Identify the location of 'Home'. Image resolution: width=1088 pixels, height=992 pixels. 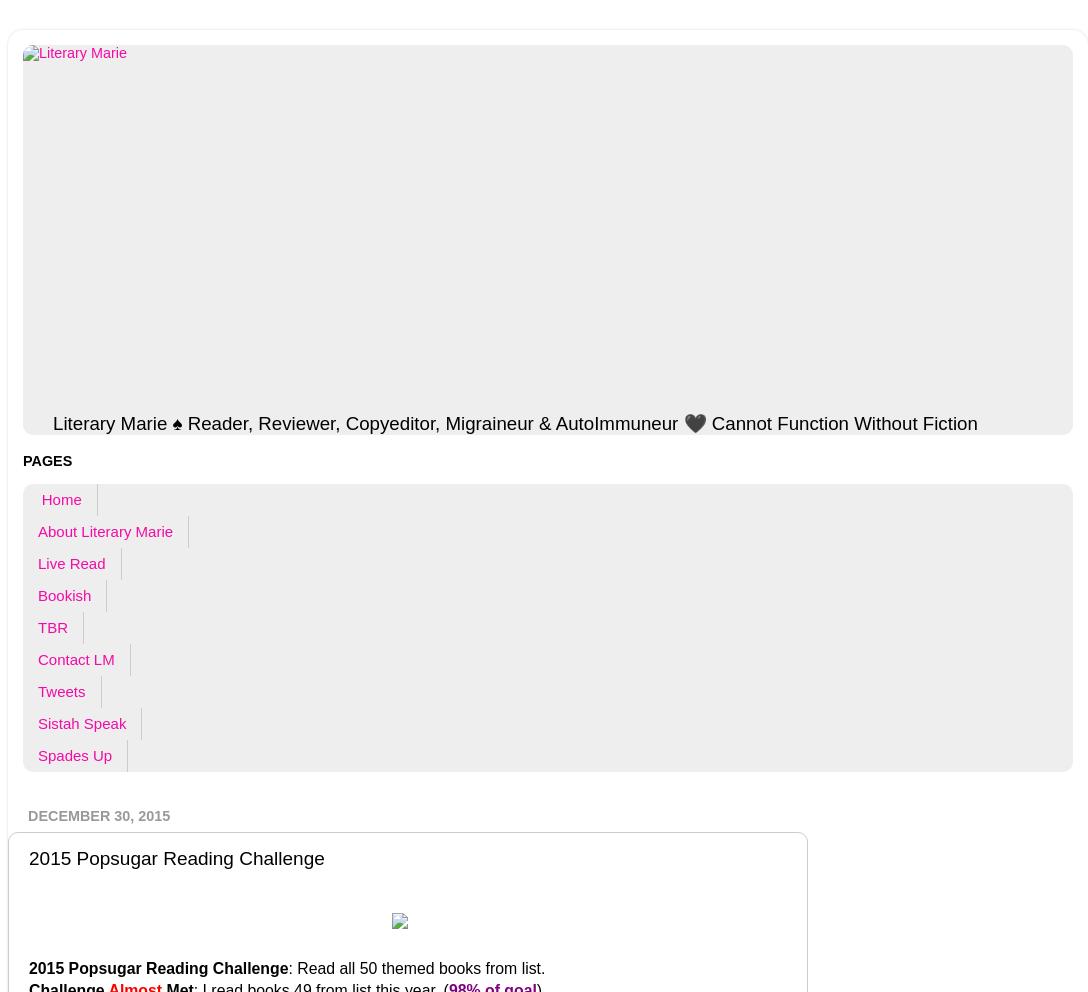
(41, 498).